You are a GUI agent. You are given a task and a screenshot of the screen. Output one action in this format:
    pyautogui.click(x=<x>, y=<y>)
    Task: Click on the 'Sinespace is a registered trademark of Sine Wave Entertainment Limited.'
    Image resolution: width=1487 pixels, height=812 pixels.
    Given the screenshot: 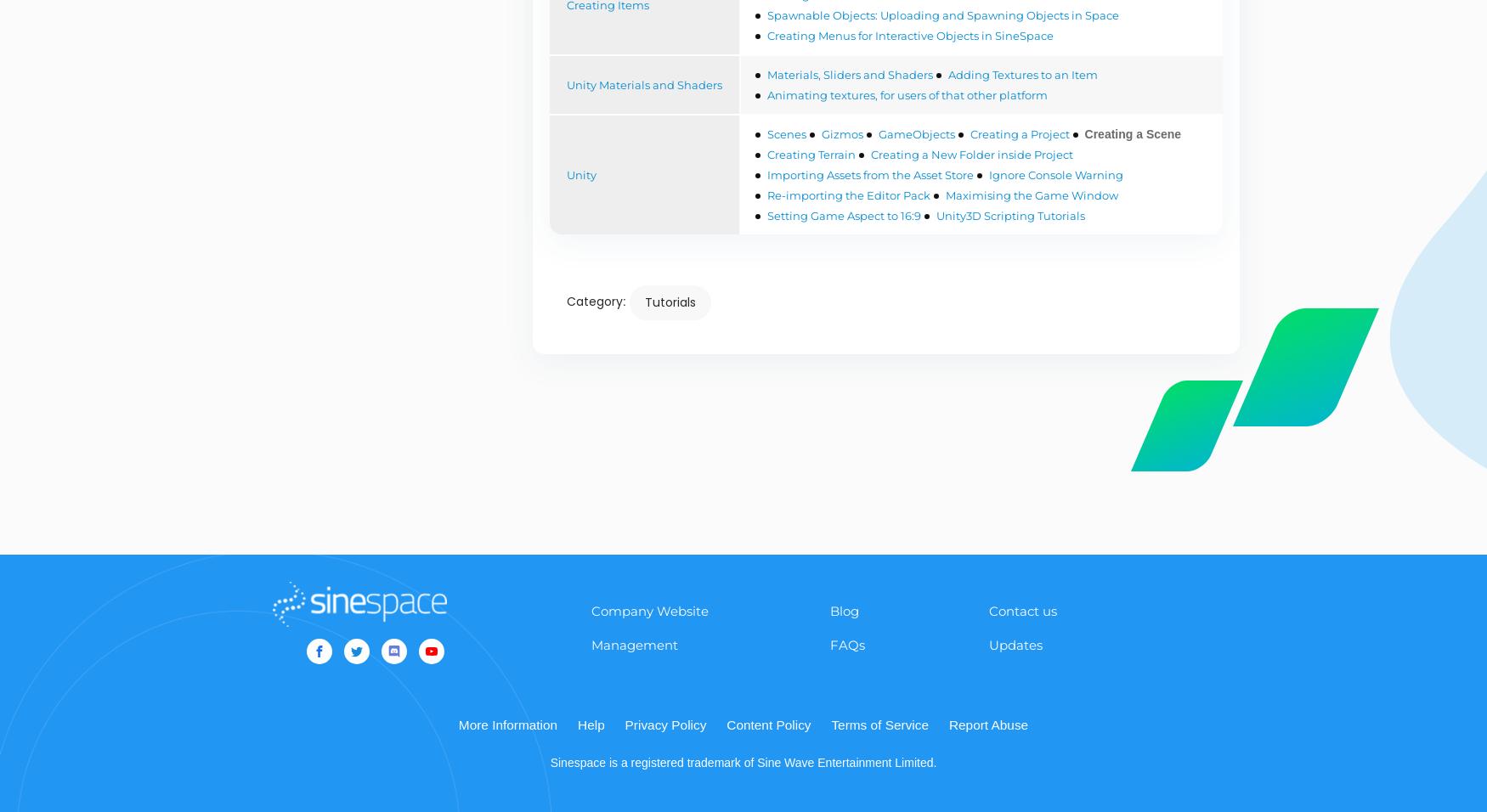 What is the action you would take?
    pyautogui.click(x=548, y=762)
    